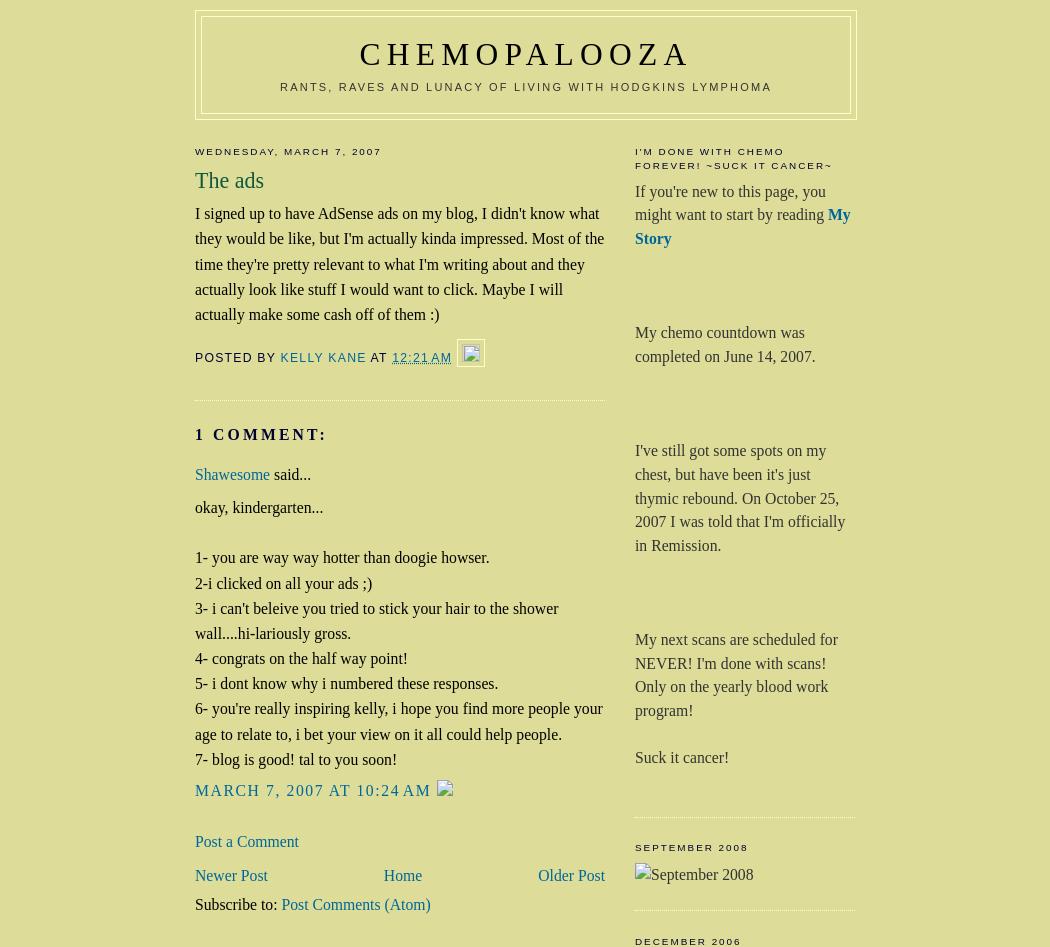 The image size is (1050, 947). What do you see at coordinates (376, 620) in the screenshot?
I see `'3- i can't beleive you tried to stick your hair to the shower wall....hi-lariously gross.'` at bounding box center [376, 620].